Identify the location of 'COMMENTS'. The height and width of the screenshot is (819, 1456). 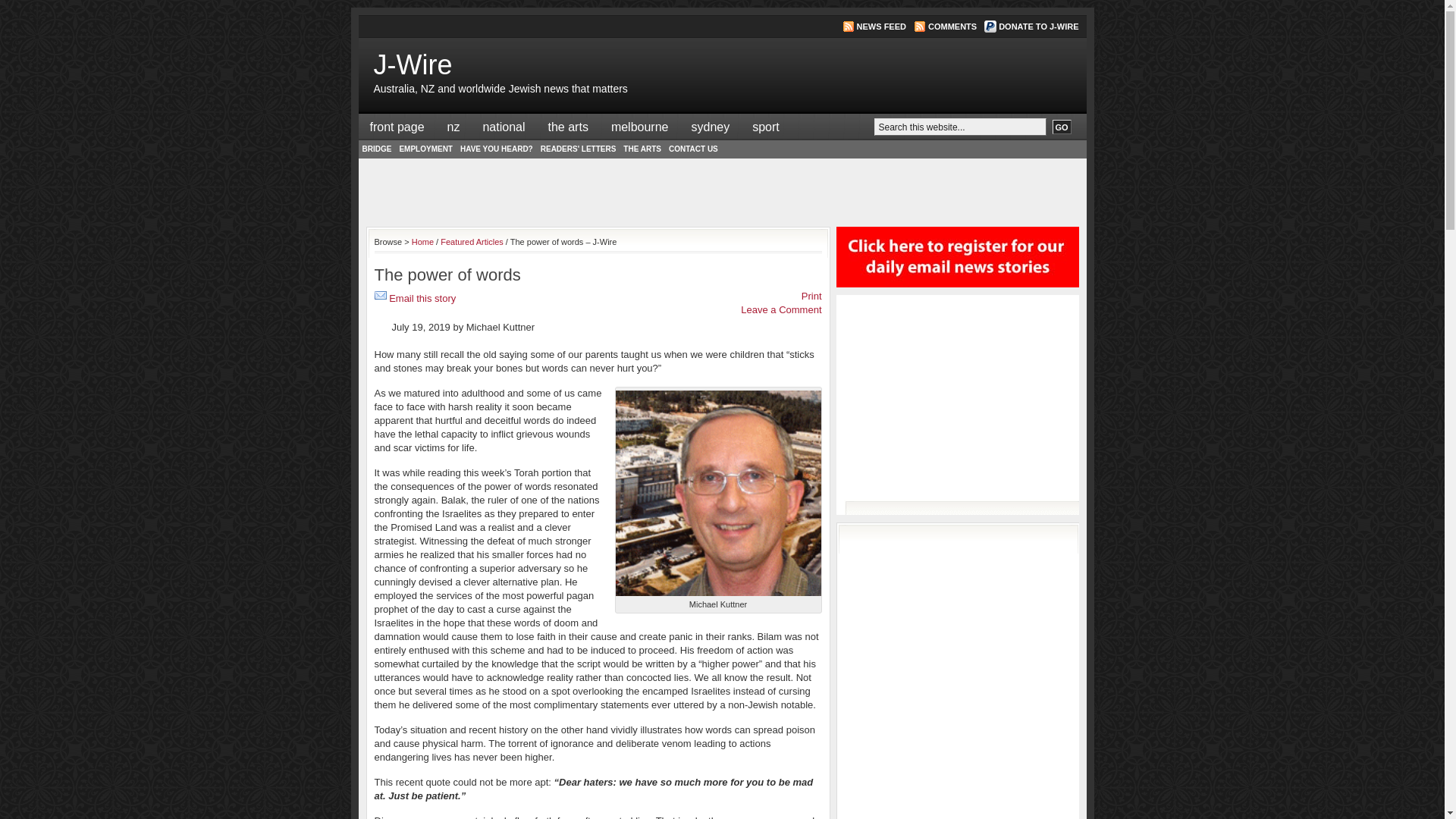
(952, 26).